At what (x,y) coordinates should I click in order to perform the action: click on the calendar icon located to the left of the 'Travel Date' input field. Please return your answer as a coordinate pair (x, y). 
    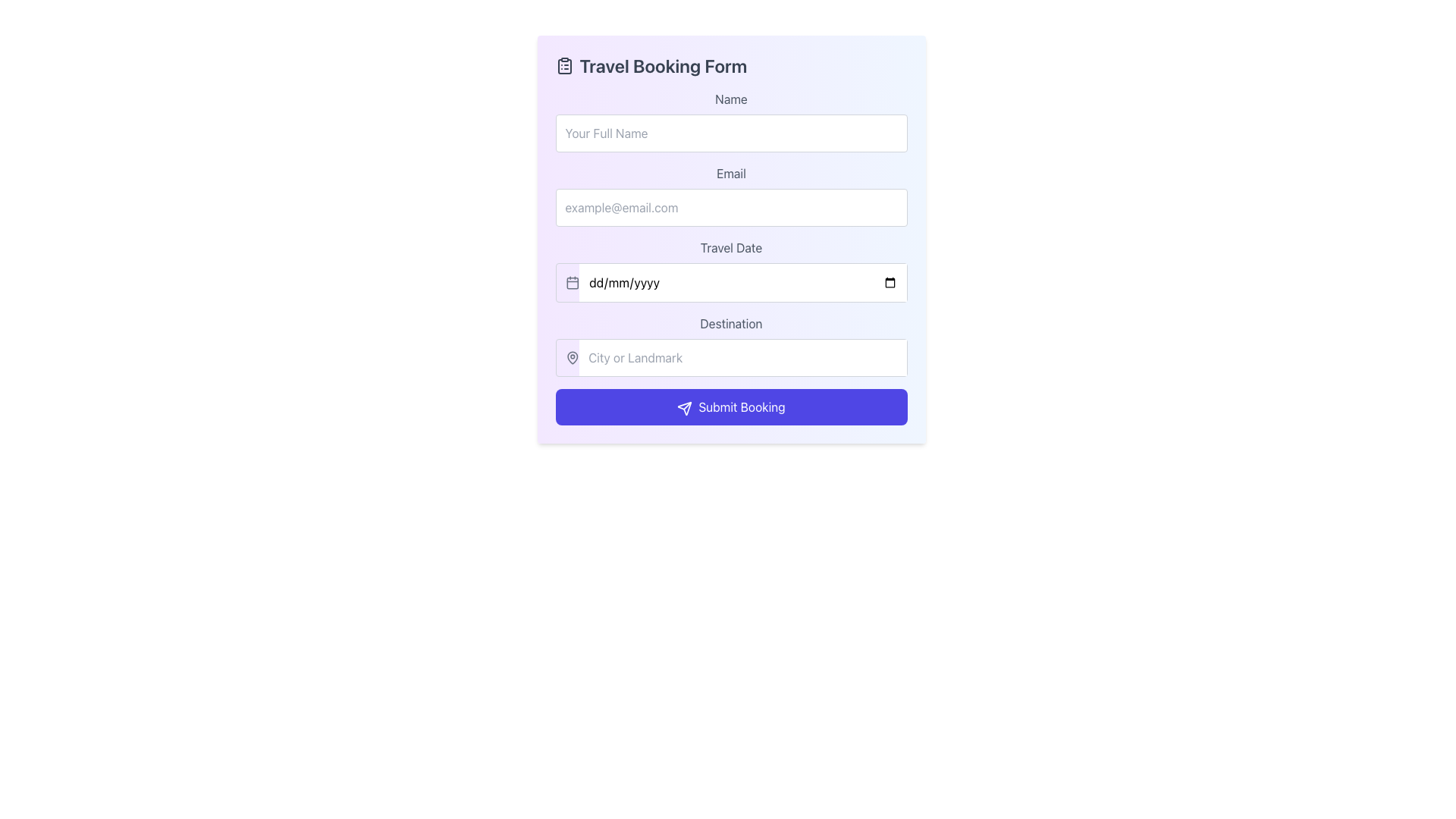
    Looking at the image, I should click on (571, 283).